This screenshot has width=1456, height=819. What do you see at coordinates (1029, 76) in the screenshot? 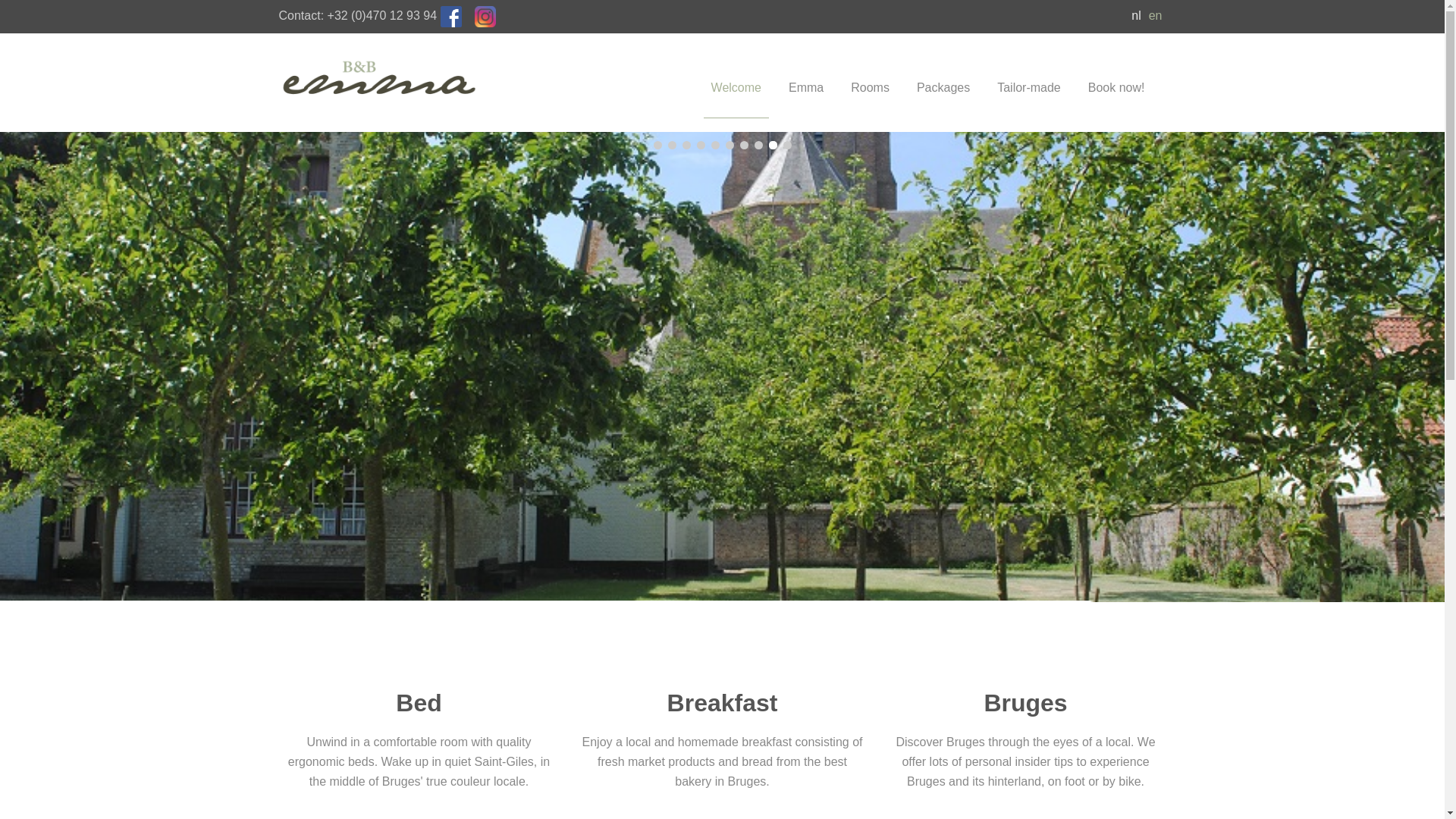
I see `'Tailor-made'` at bounding box center [1029, 76].